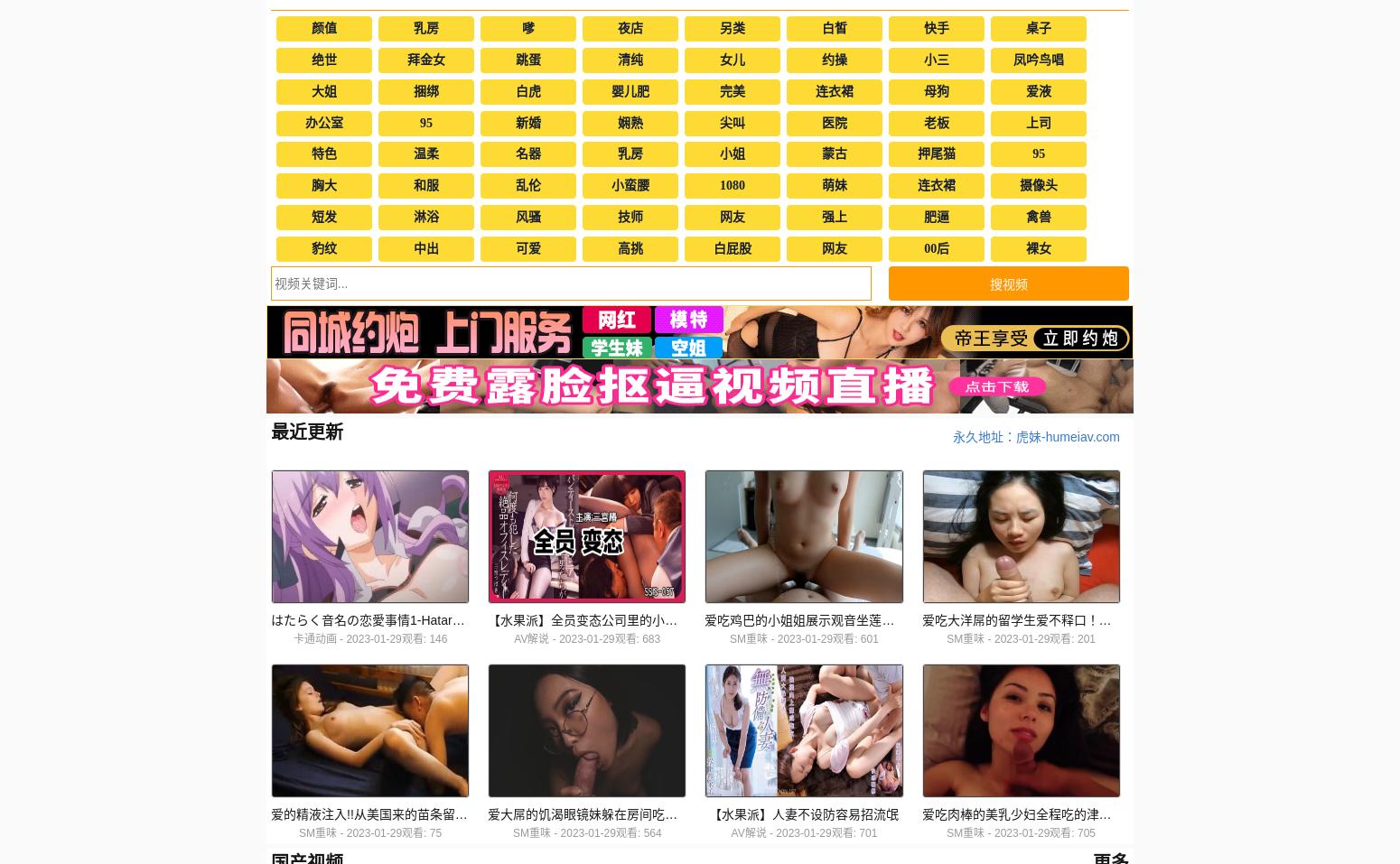 Image resolution: width=1400 pixels, height=864 pixels. What do you see at coordinates (560, 833) in the screenshot?
I see `'2023-01-29观看: 564'` at bounding box center [560, 833].